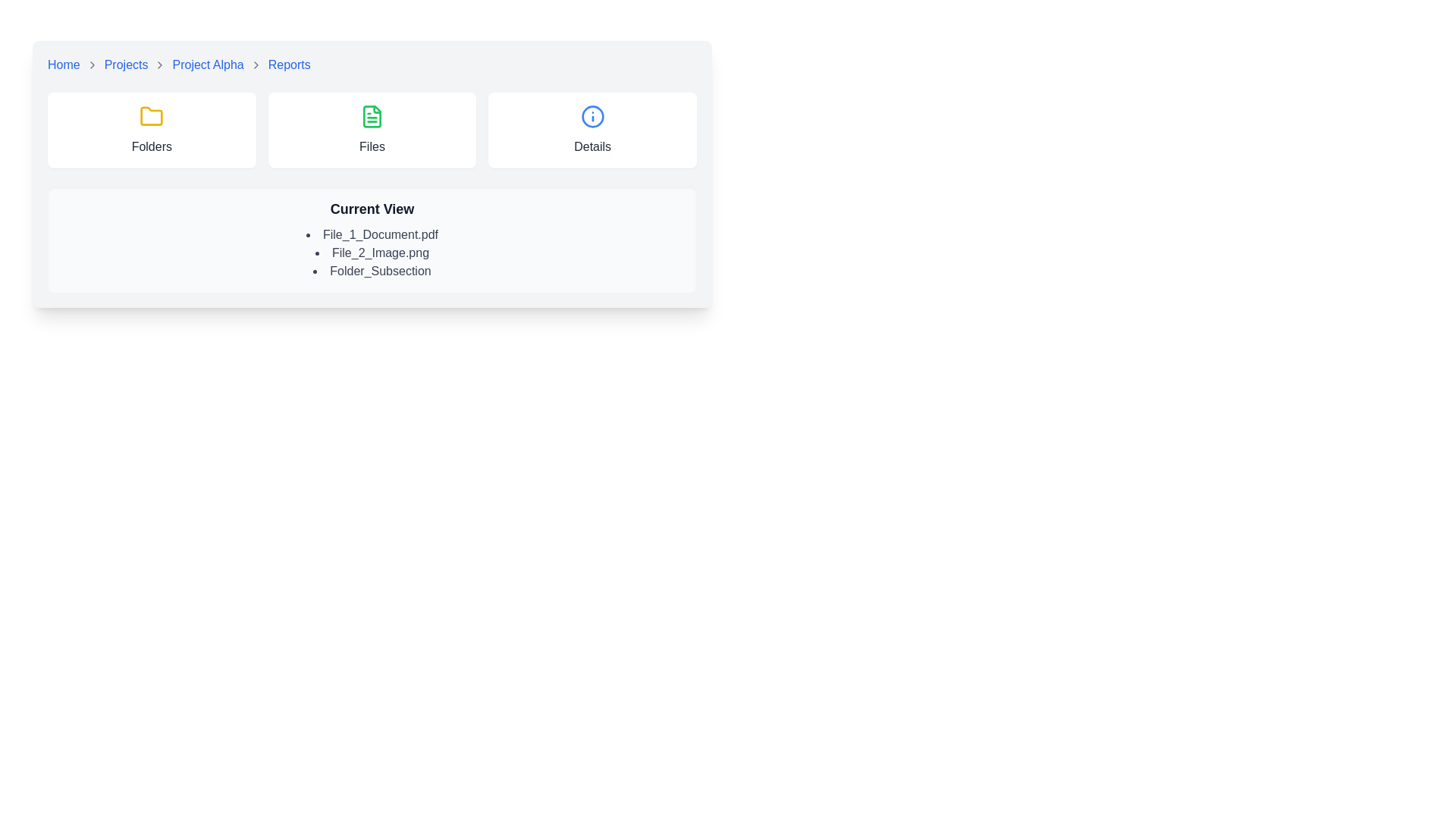  What do you see at coordinates (372, 253) in the screenshot?
I see `to select or interact with the list item displaying the name 'File_2_Image.png', which is the second item in a vertical list under 'File_1_Document.pdf' and above 'Folder_Subsection'` at bounding box center [372, 253].